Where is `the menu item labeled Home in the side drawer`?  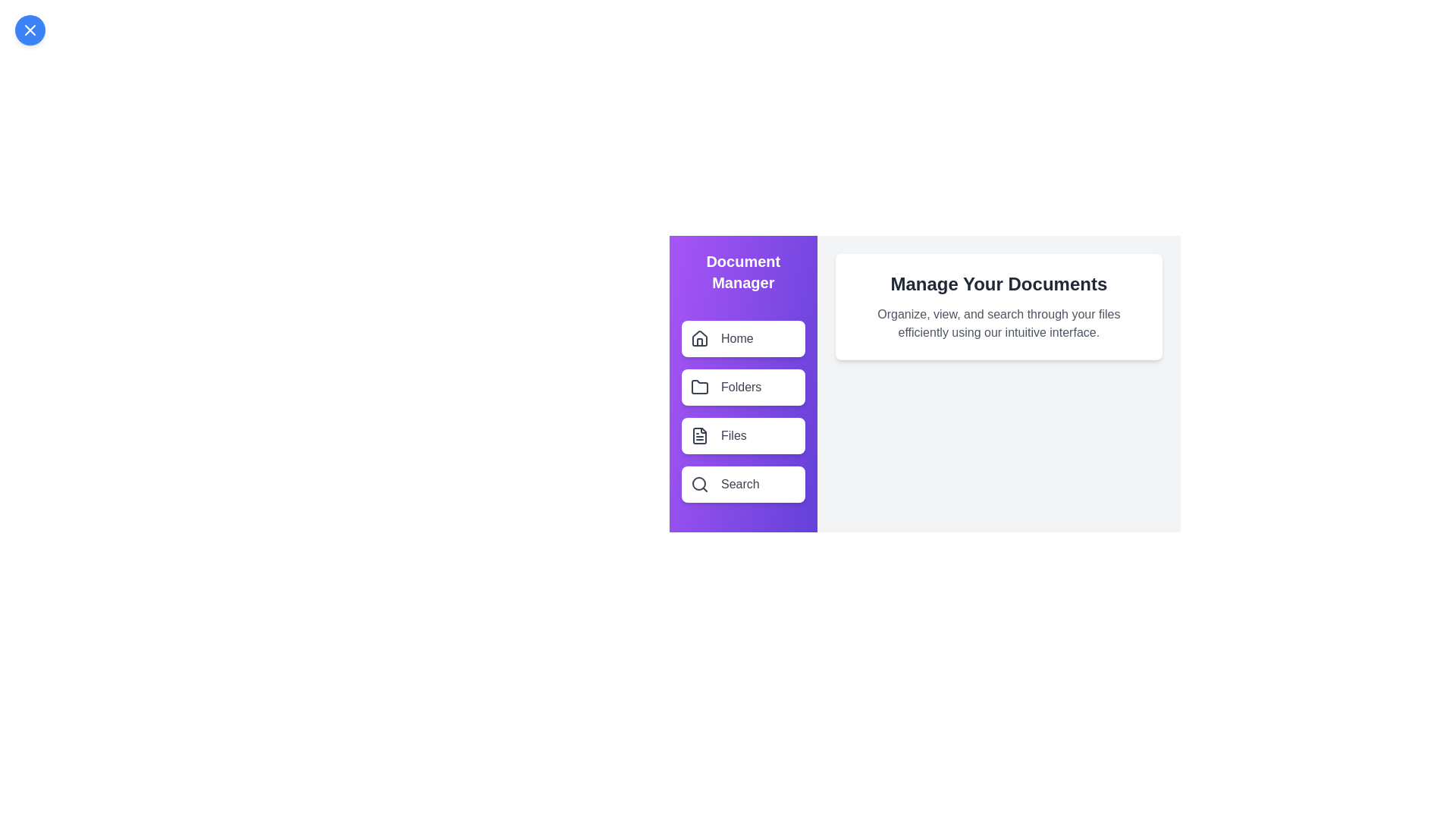 the menu item labeled Home in the side drawer is located at coordinates (742, 338).